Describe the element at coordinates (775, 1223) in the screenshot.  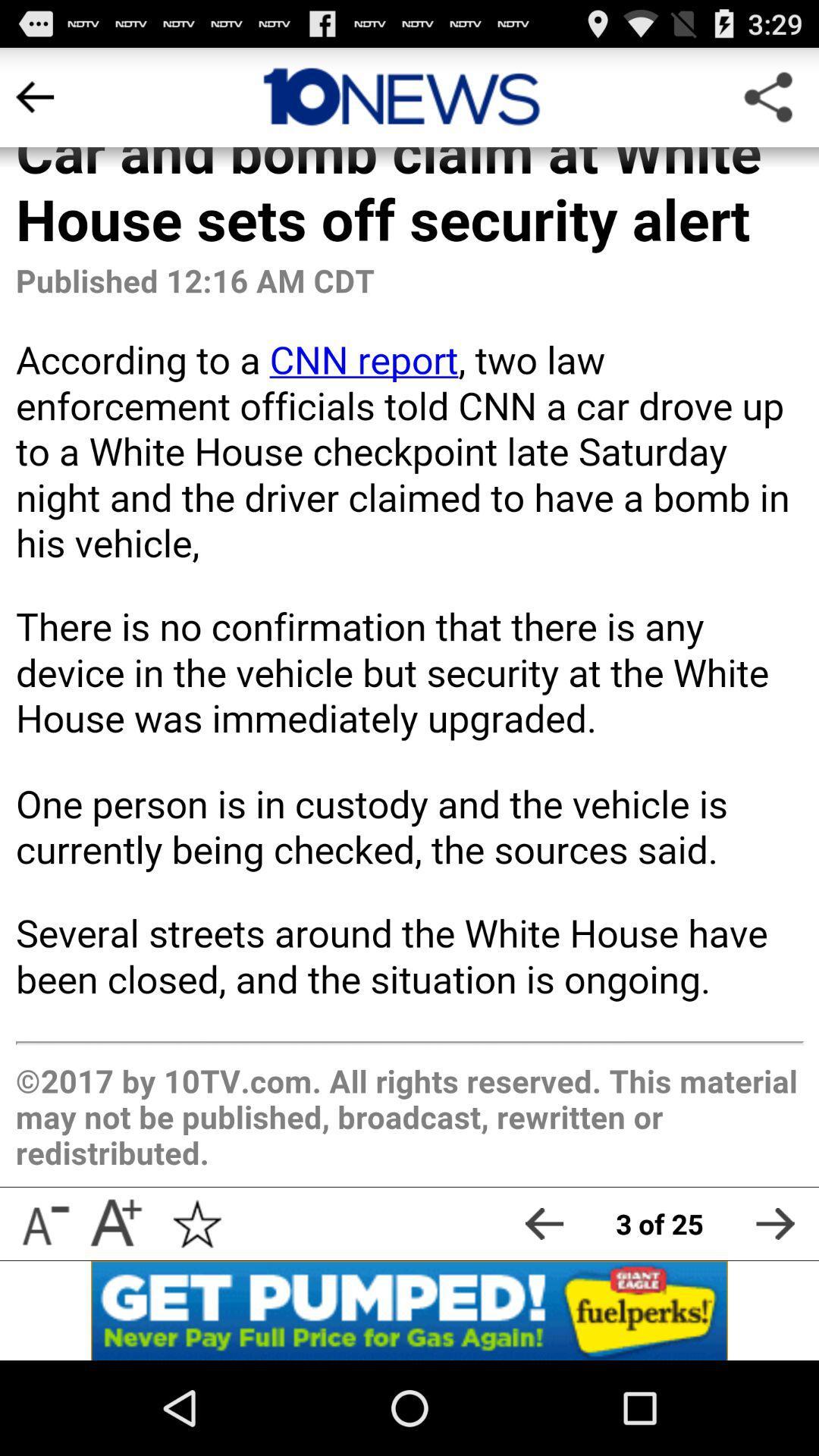
I see `next page` at that location.